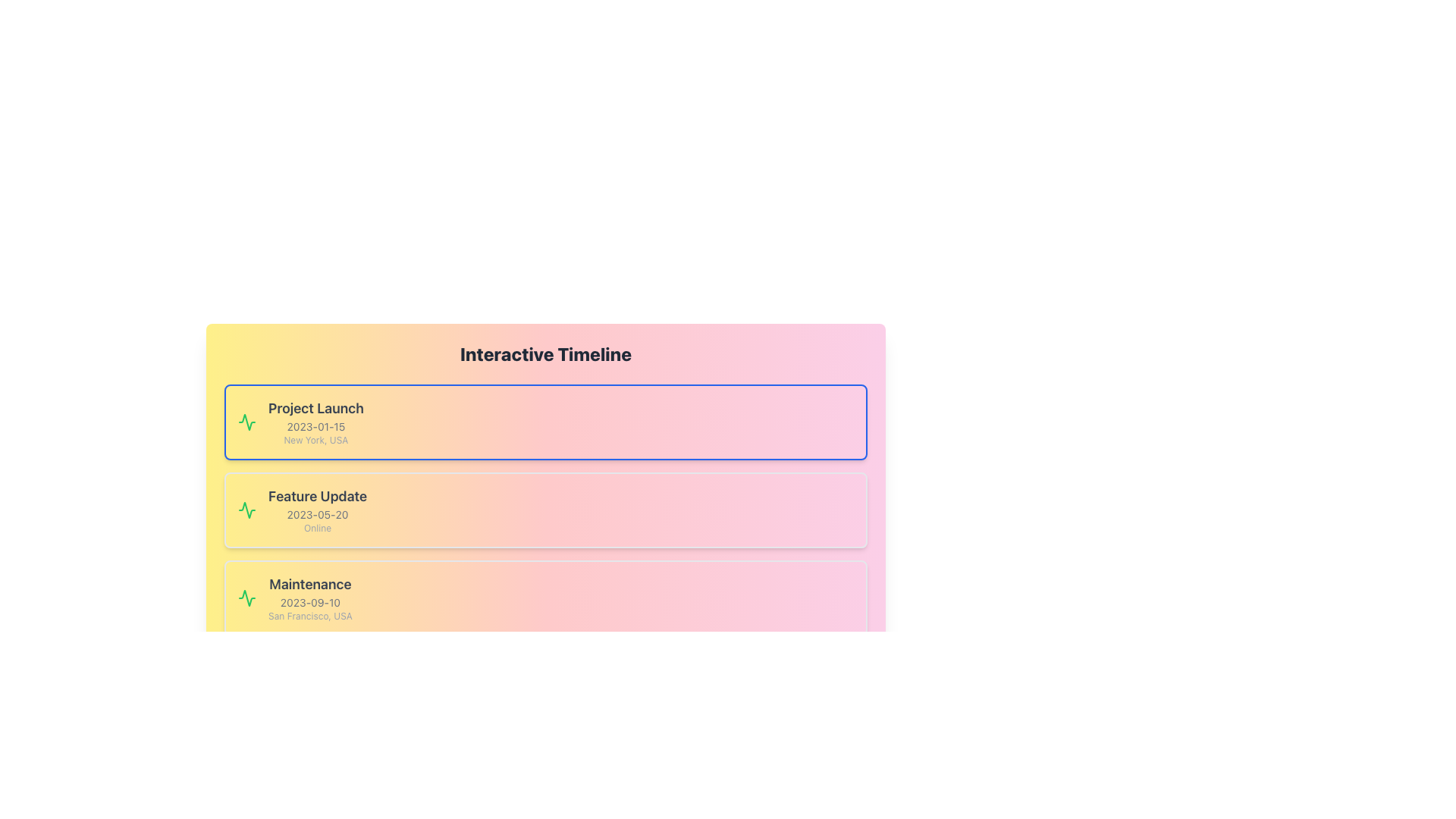 The height and width of the screenshot is (819, 1456). I want to click on the first SVG graphic icon representing the event in the timeline within the 'Project Launch' card, so click(247, 598).